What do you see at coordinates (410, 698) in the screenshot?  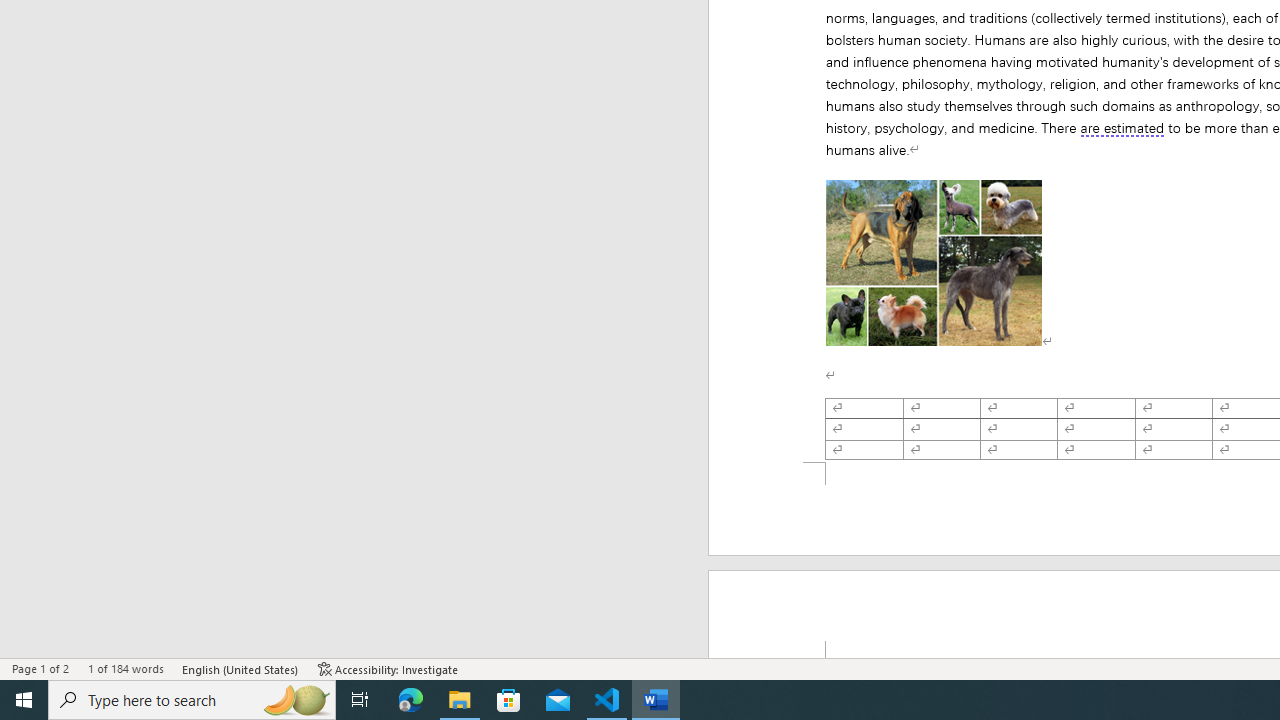 I see `'Microsoft Edge'` at bounding box center [410, 698].